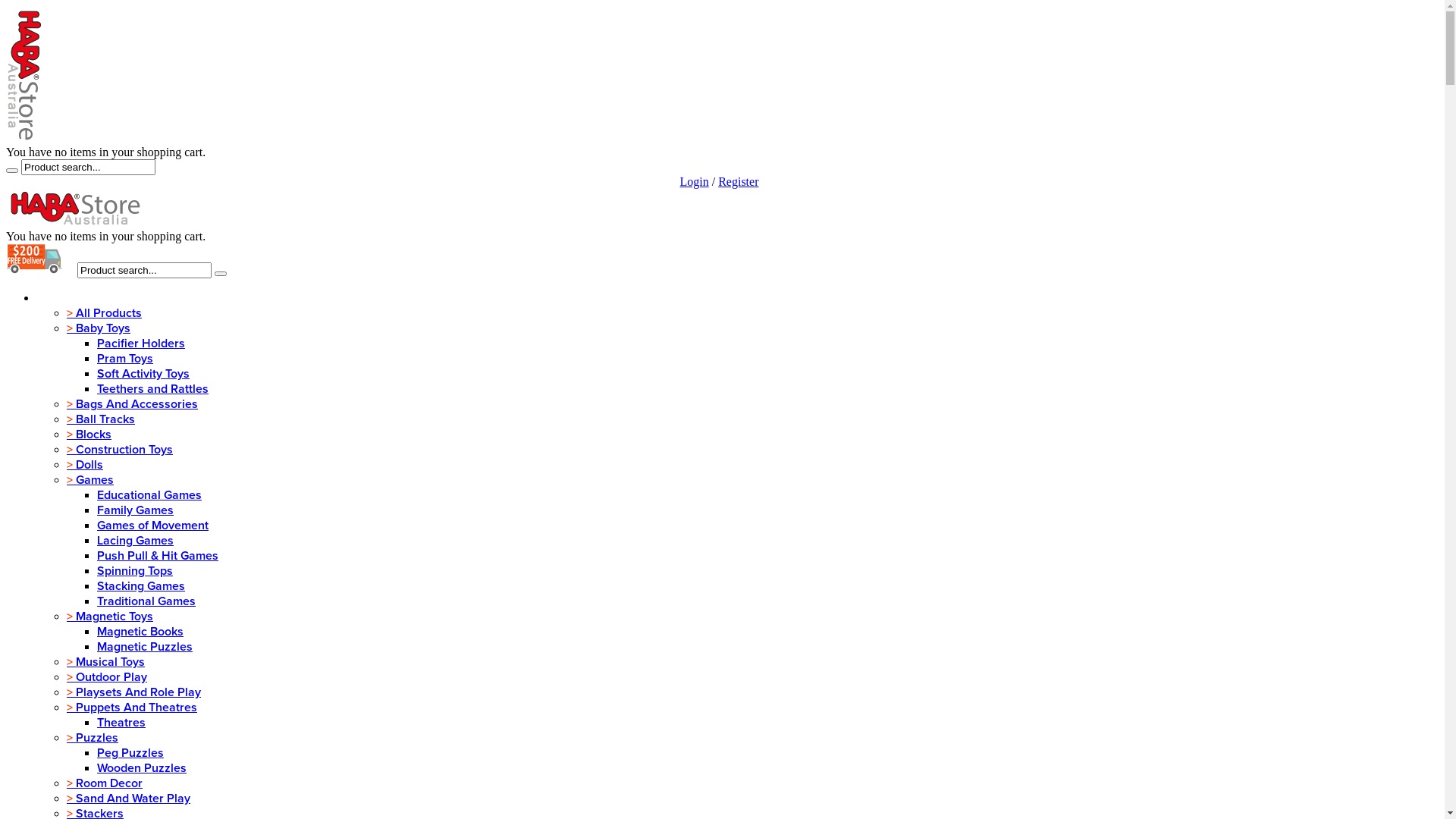 Image resolution: width=1456 pixels, height=819 pixels. I want to click on 'Magnetic Books', so click(140, 632).